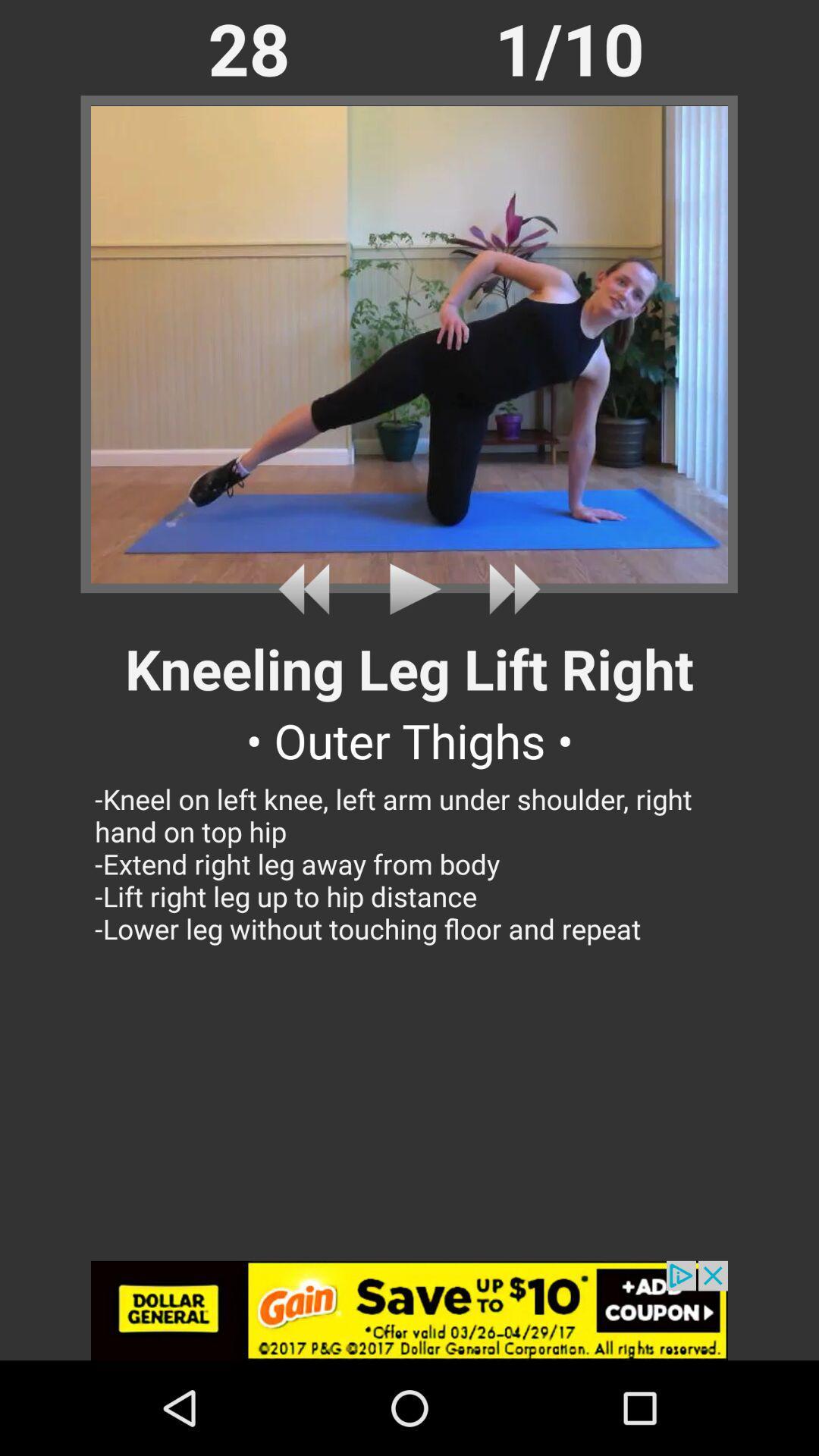 The image size is (819, 1456). What do you see at coordinates (409, 1310) in the screenshot?
I see `open gain advertisement` at bounding box center [409, 1310].